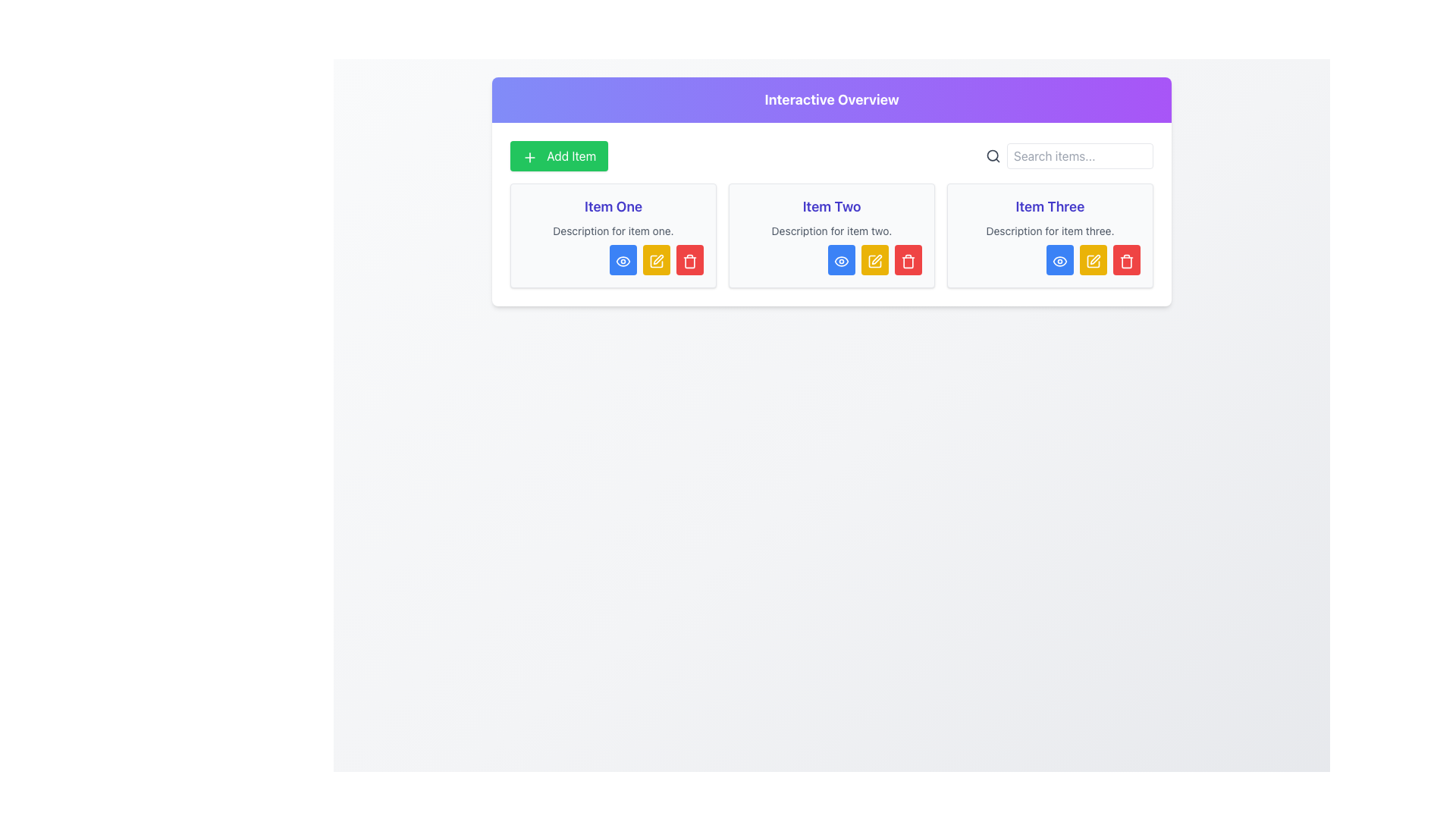 The height and width of the screenshot is (819, 1456). I want to click on the delete button located in the bottom right corner of the card labeled 'Item Three', so click(1127, 259).